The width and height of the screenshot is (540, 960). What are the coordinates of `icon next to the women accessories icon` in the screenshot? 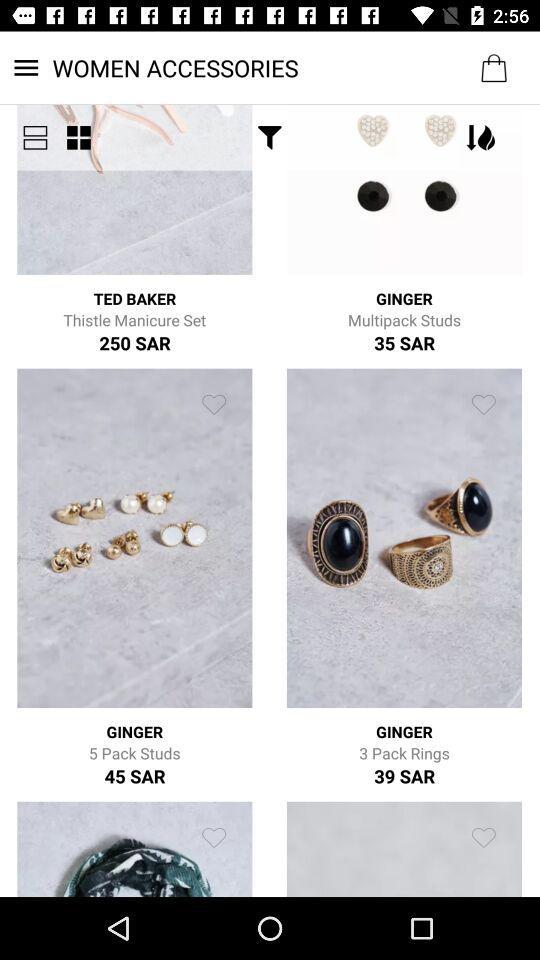 It's located at (35, 136).